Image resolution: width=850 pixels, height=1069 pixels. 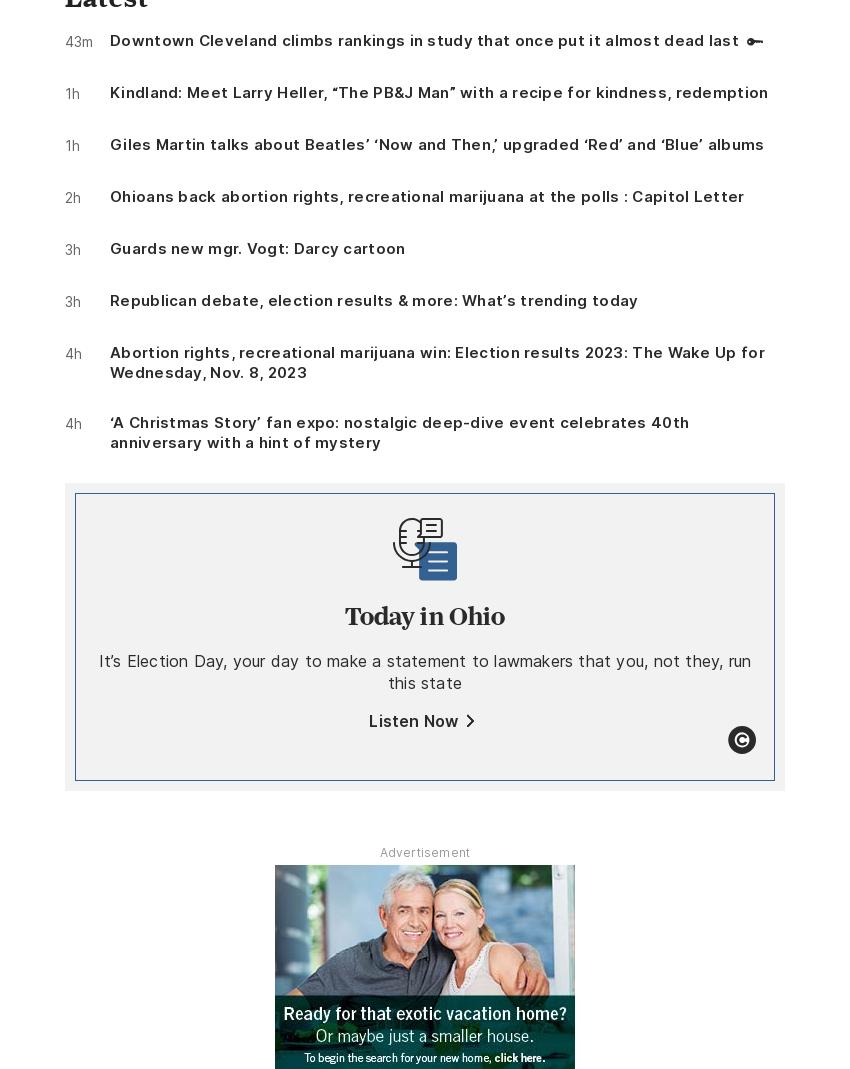 What do you see at coordinates (438, 90) in the screenshot?
I see `'Kindland: Meet Larry Heller, “The PB&J Man” with a recipe for kindness, redemption'` at bounding box center [438, 90].